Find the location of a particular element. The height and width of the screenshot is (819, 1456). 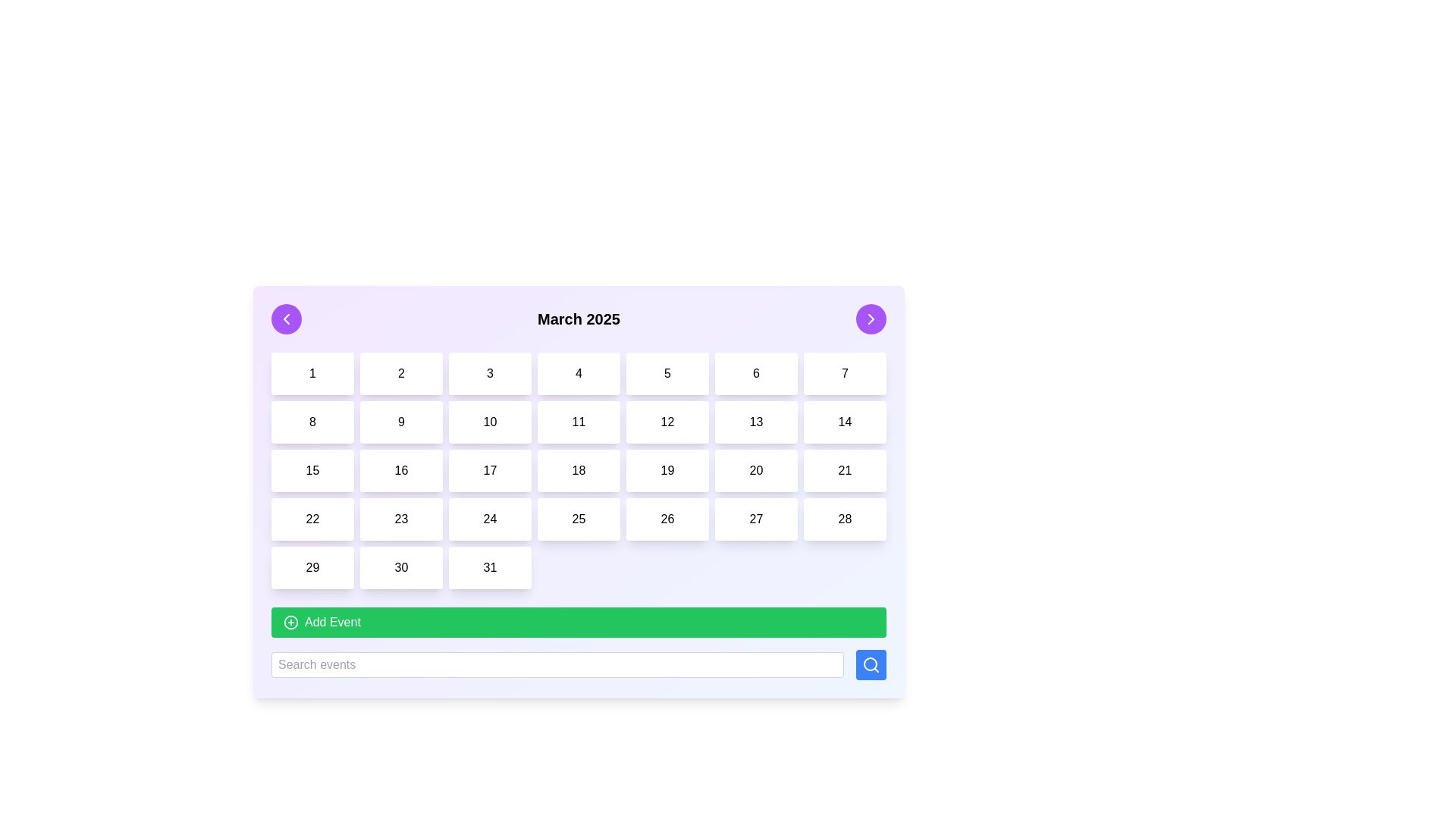

the static content block representing the 25th day of March 2025 in the calendar view, located in the fourth row and fourth column of the grid is located at coordinates (578, 519).